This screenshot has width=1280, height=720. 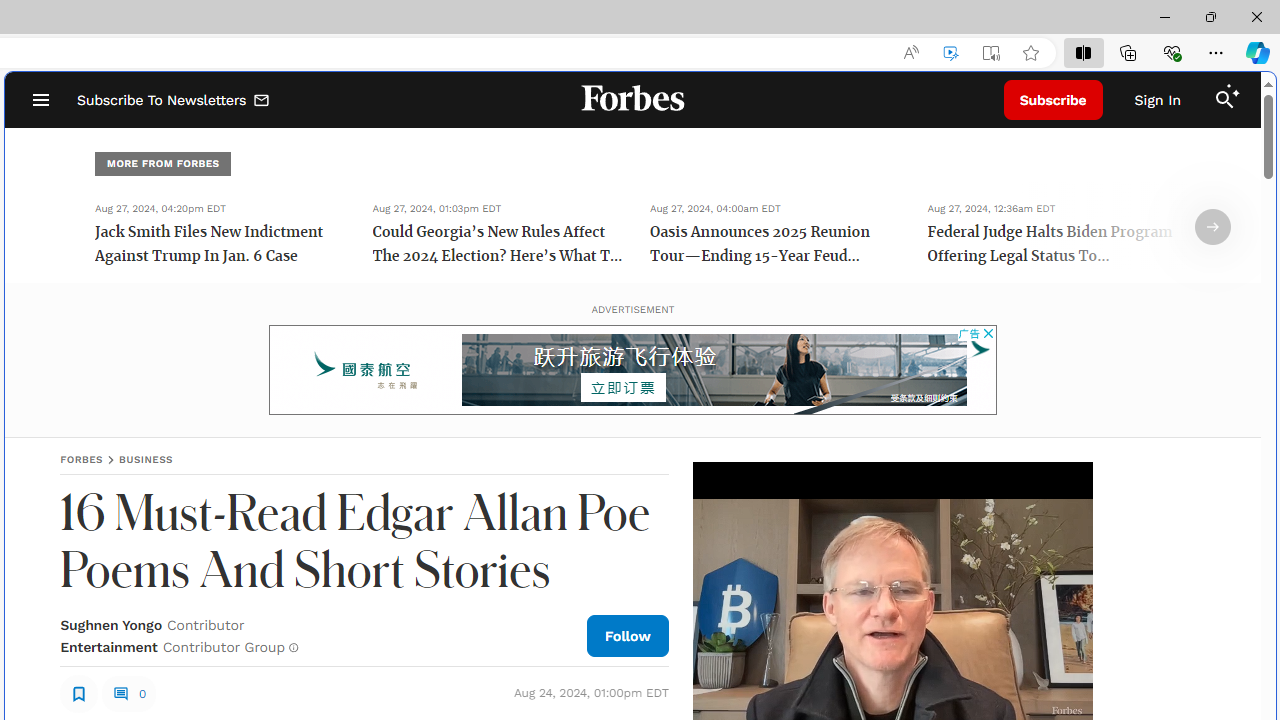 I want to click on 'Restore', so click(x=1209, y=16).